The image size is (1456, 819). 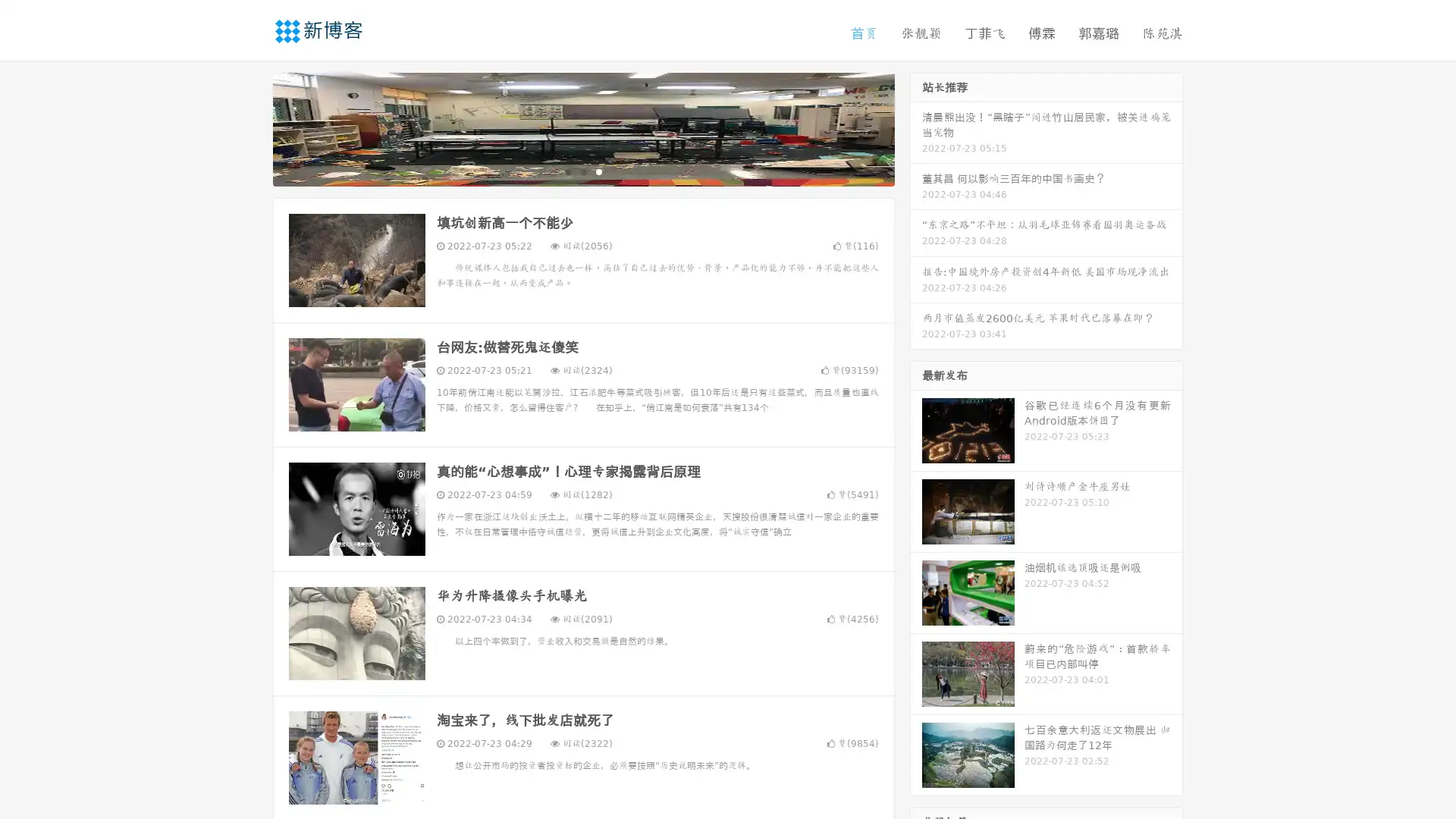 I want to click on Go to slide 3, so click(x=598, y=171).